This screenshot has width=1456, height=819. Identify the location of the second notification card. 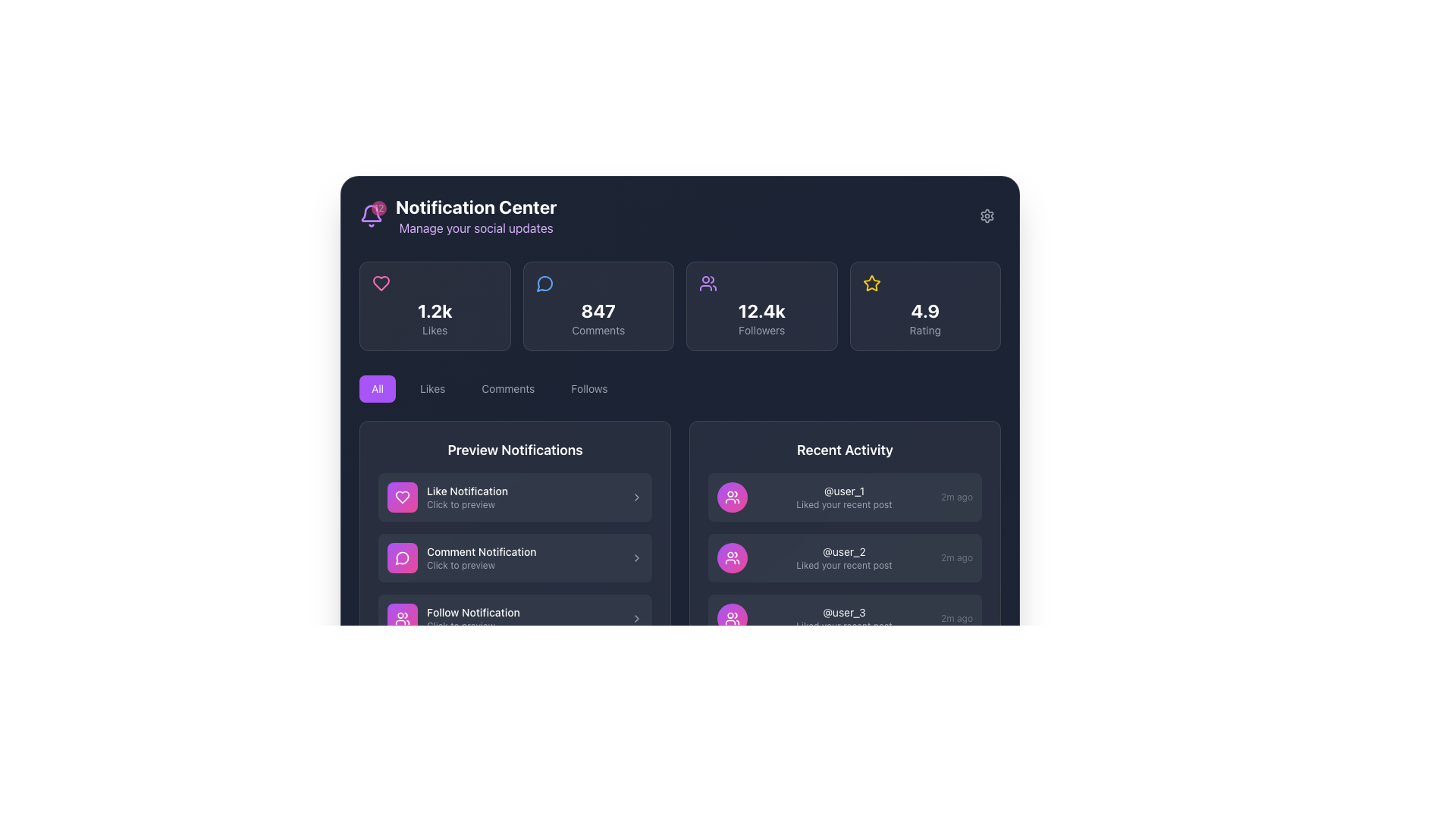
(515, 558).